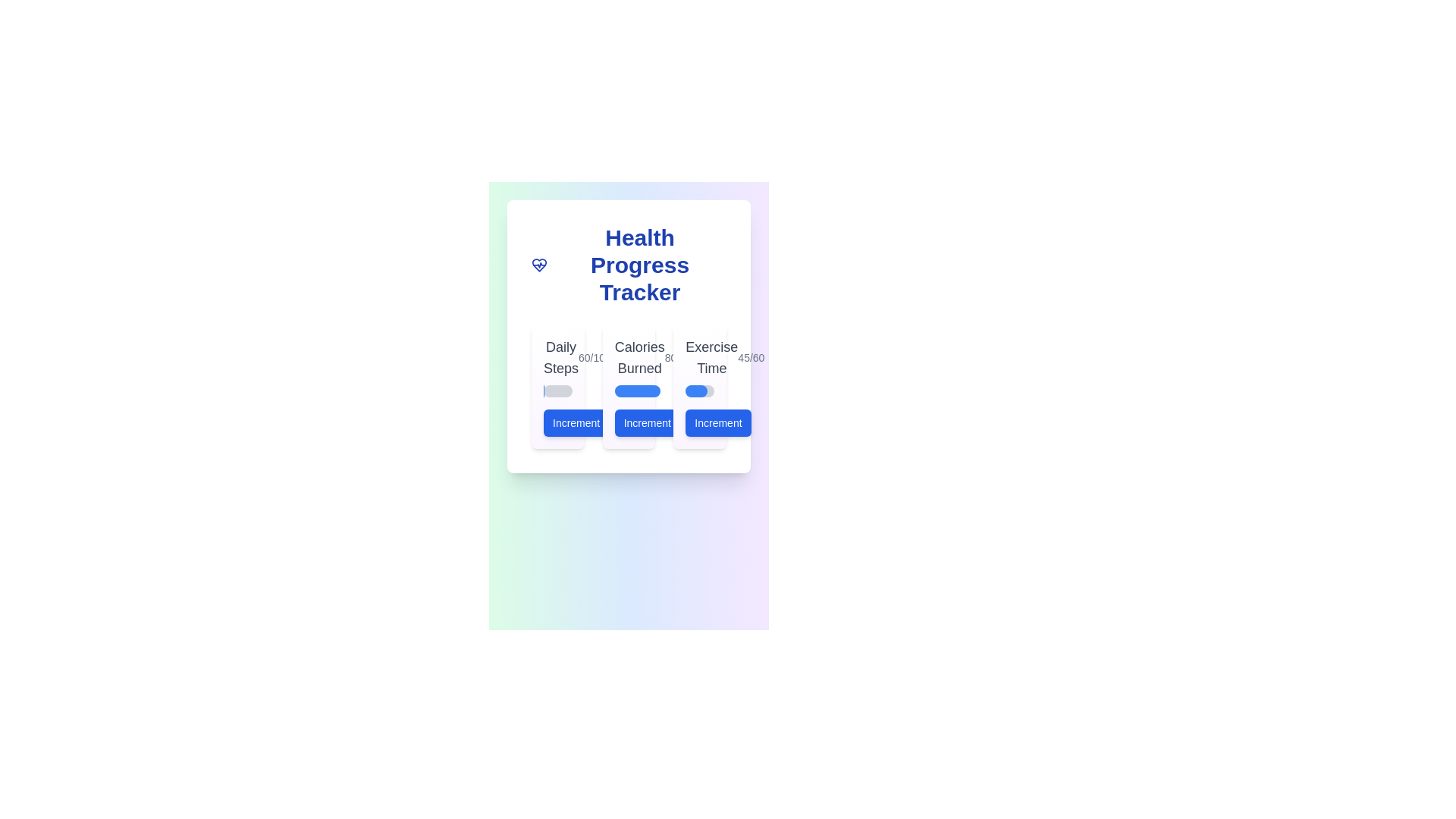  Describe the element at coordinates (557, 357) in the screenshot. I see `the 'Daily Steps' label which displays the text '60/10000' in a medium gray font, positioned above the progress bar and the 'Increment' button` at that location.